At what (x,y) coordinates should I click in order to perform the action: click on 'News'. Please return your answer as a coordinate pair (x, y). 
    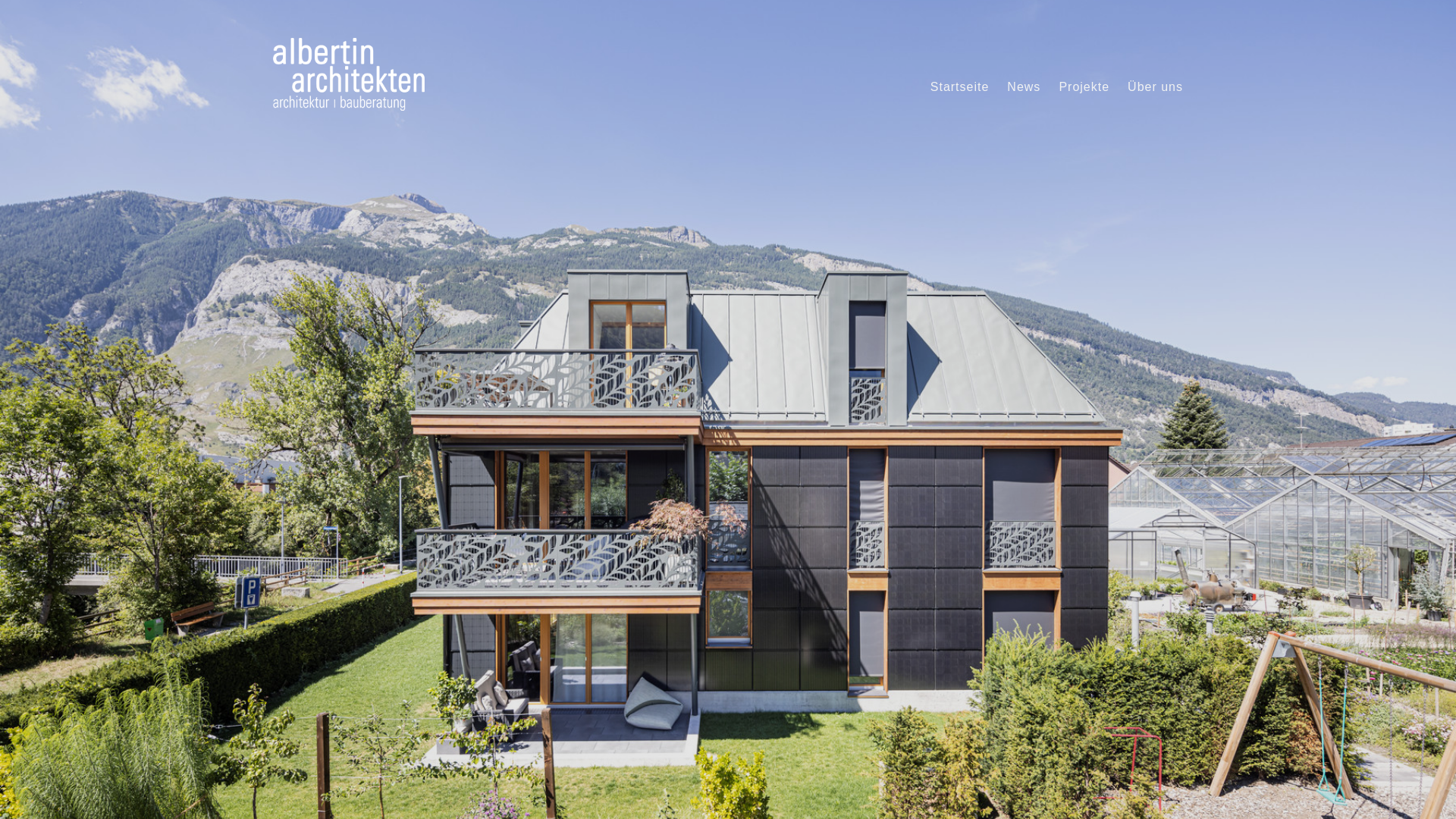
    Looking at the image, I should click on (1007, 87).